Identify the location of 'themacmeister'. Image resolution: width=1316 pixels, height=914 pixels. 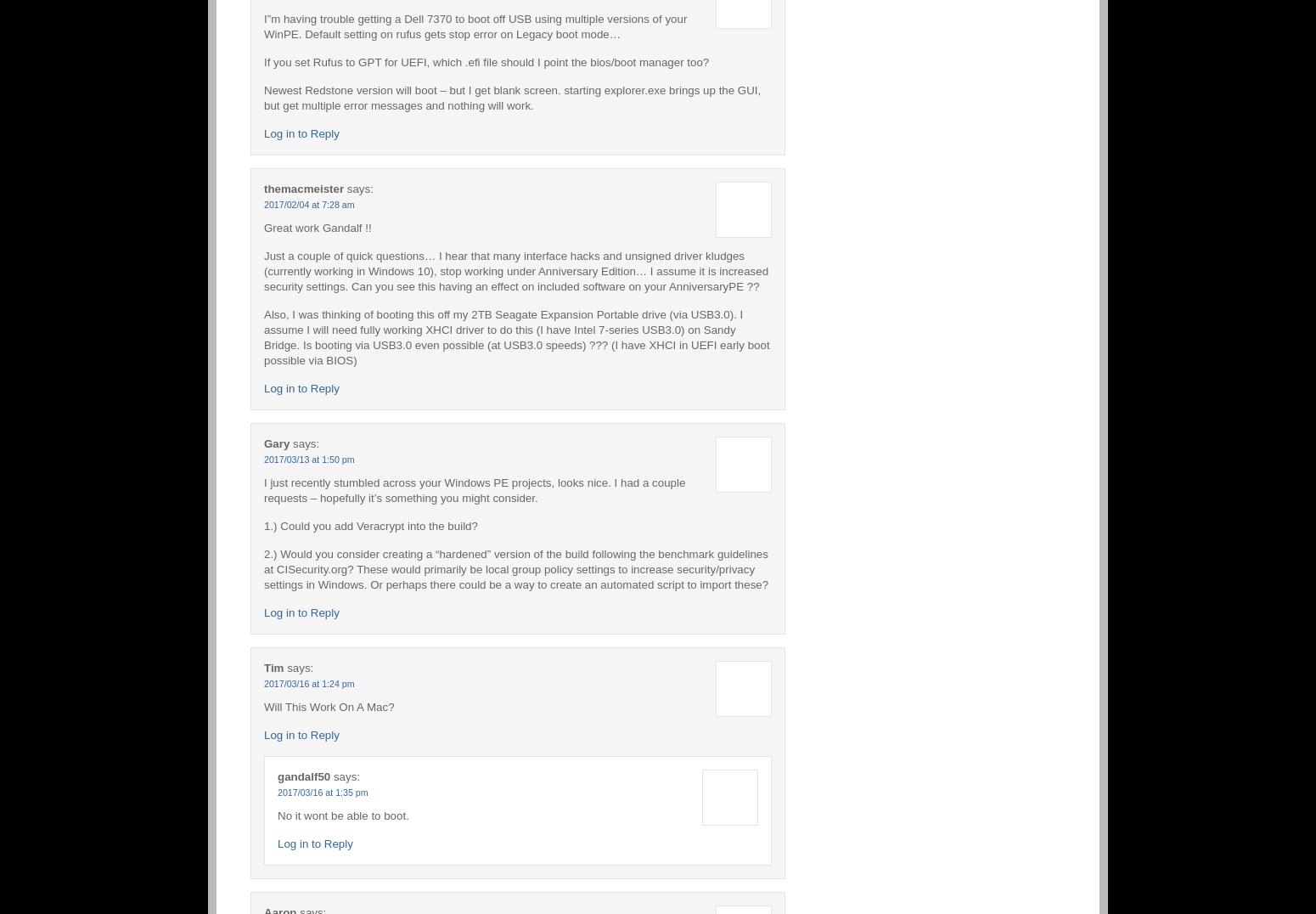
(263, 187).